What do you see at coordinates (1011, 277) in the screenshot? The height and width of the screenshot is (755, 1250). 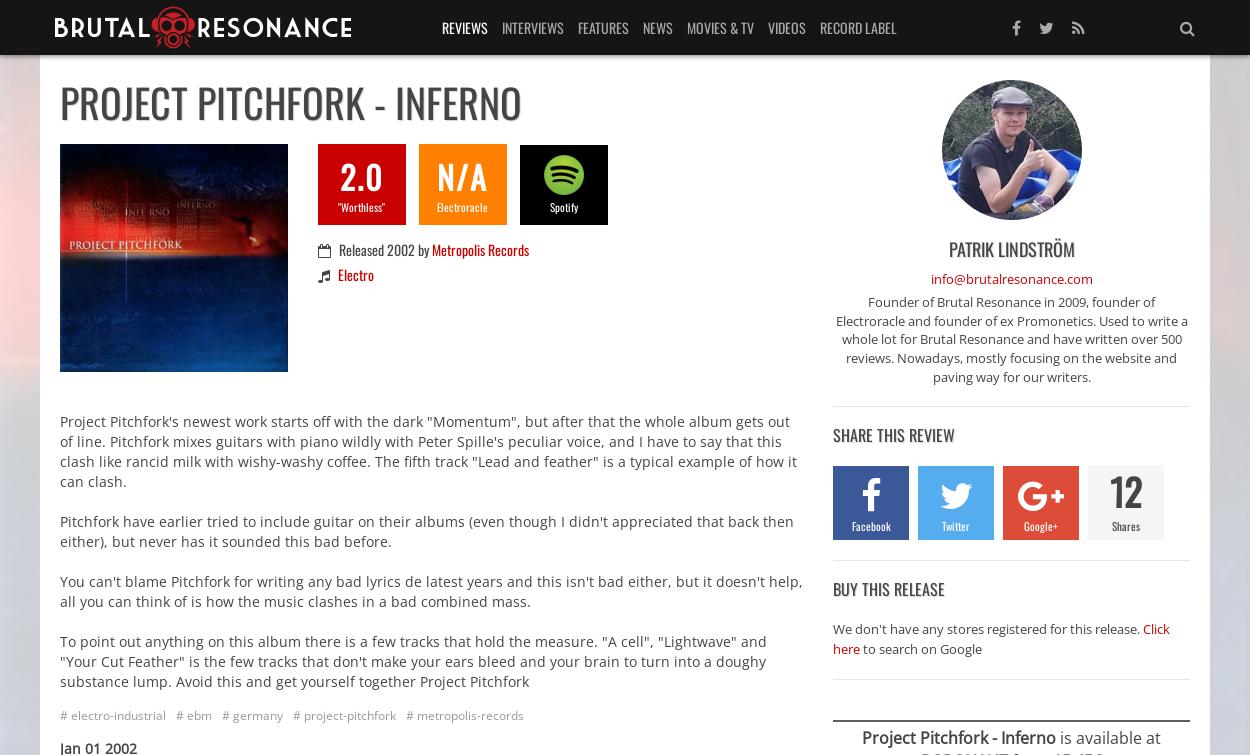 I see `'info@brutalresonance.com'` at bounding box center [1011, 277].